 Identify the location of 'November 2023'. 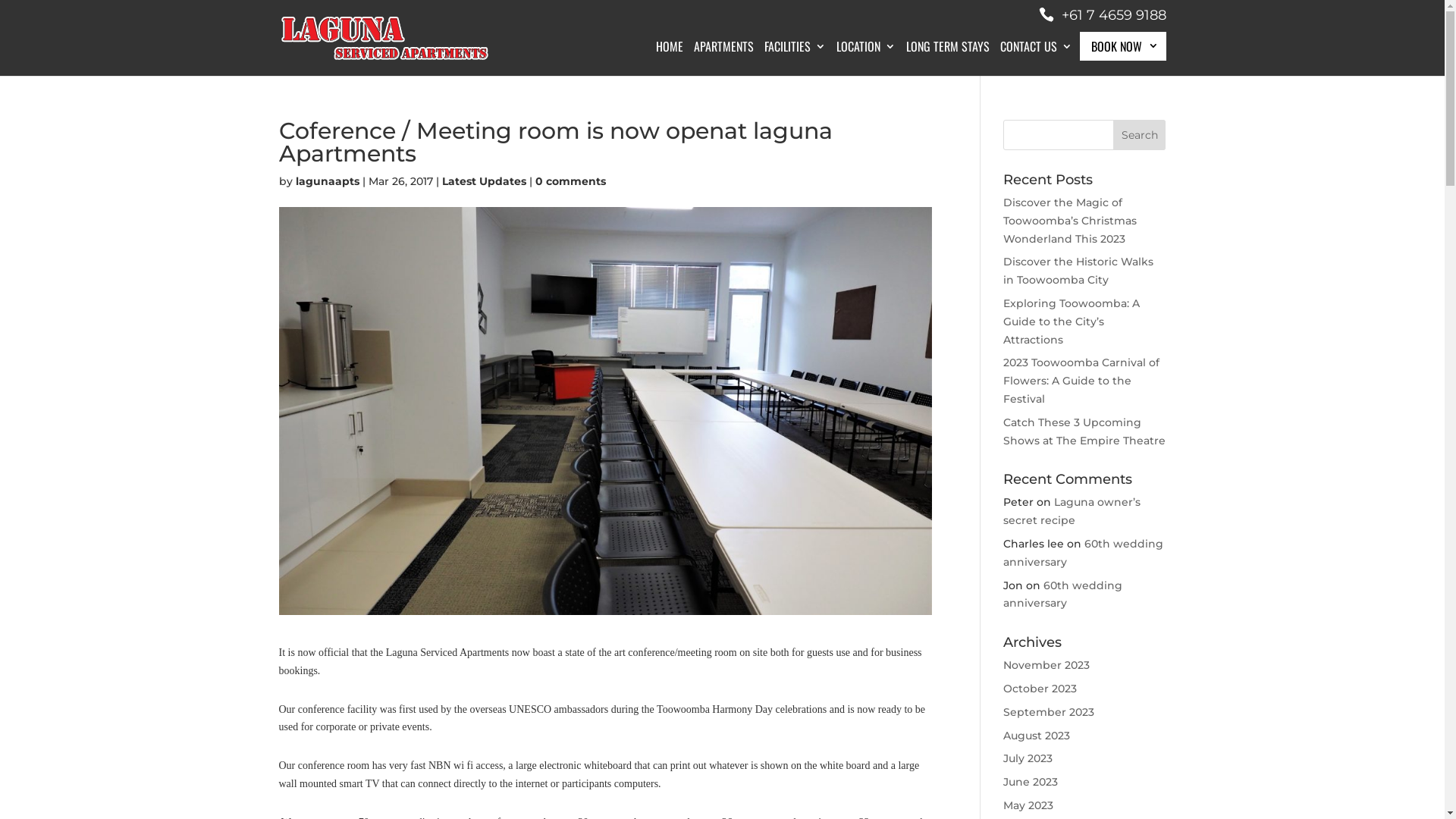
(1046, 664).